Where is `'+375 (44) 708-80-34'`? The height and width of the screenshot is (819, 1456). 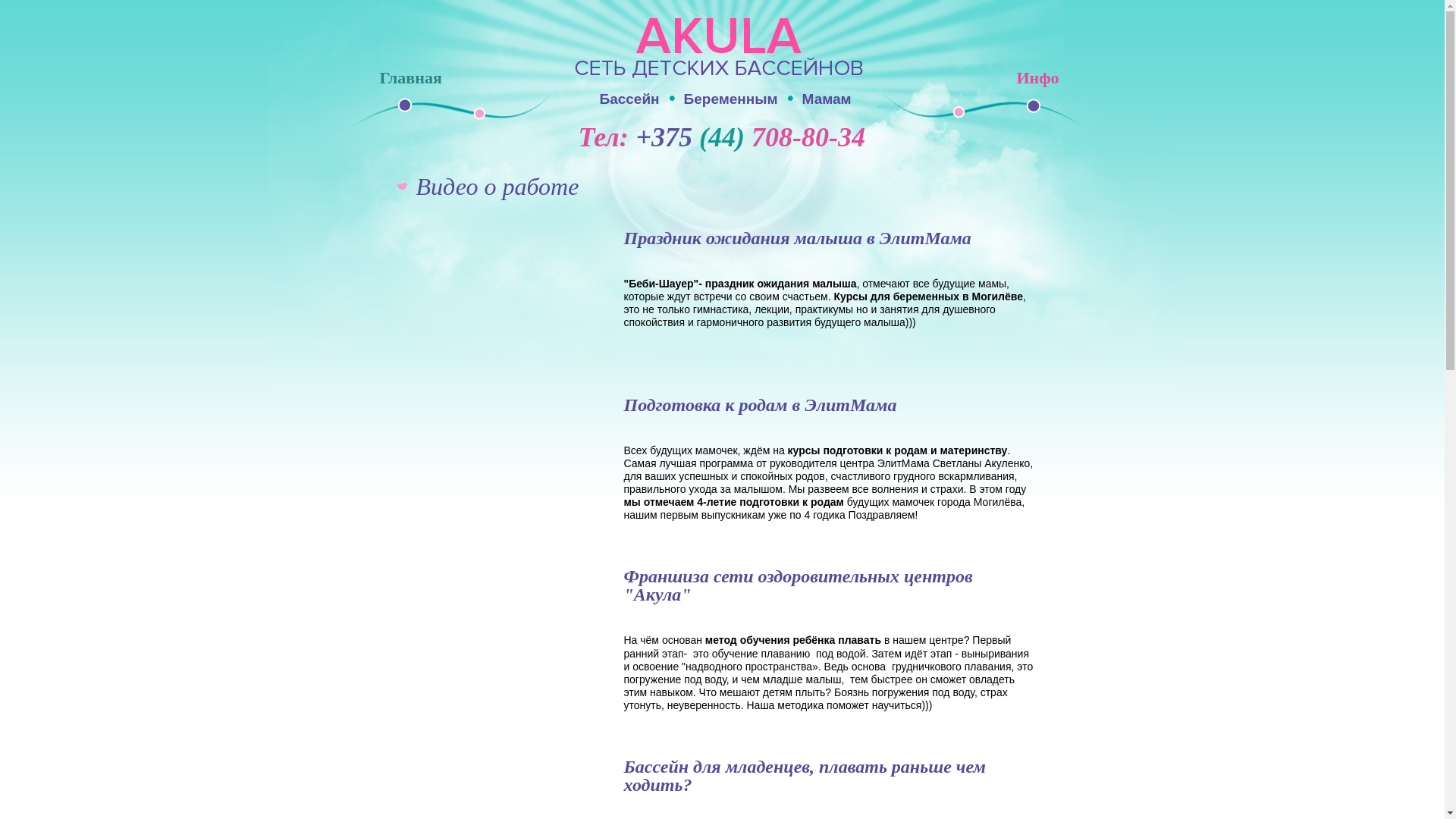 '+375 (44) 708-80-34' is located at coordinates (749, 137).